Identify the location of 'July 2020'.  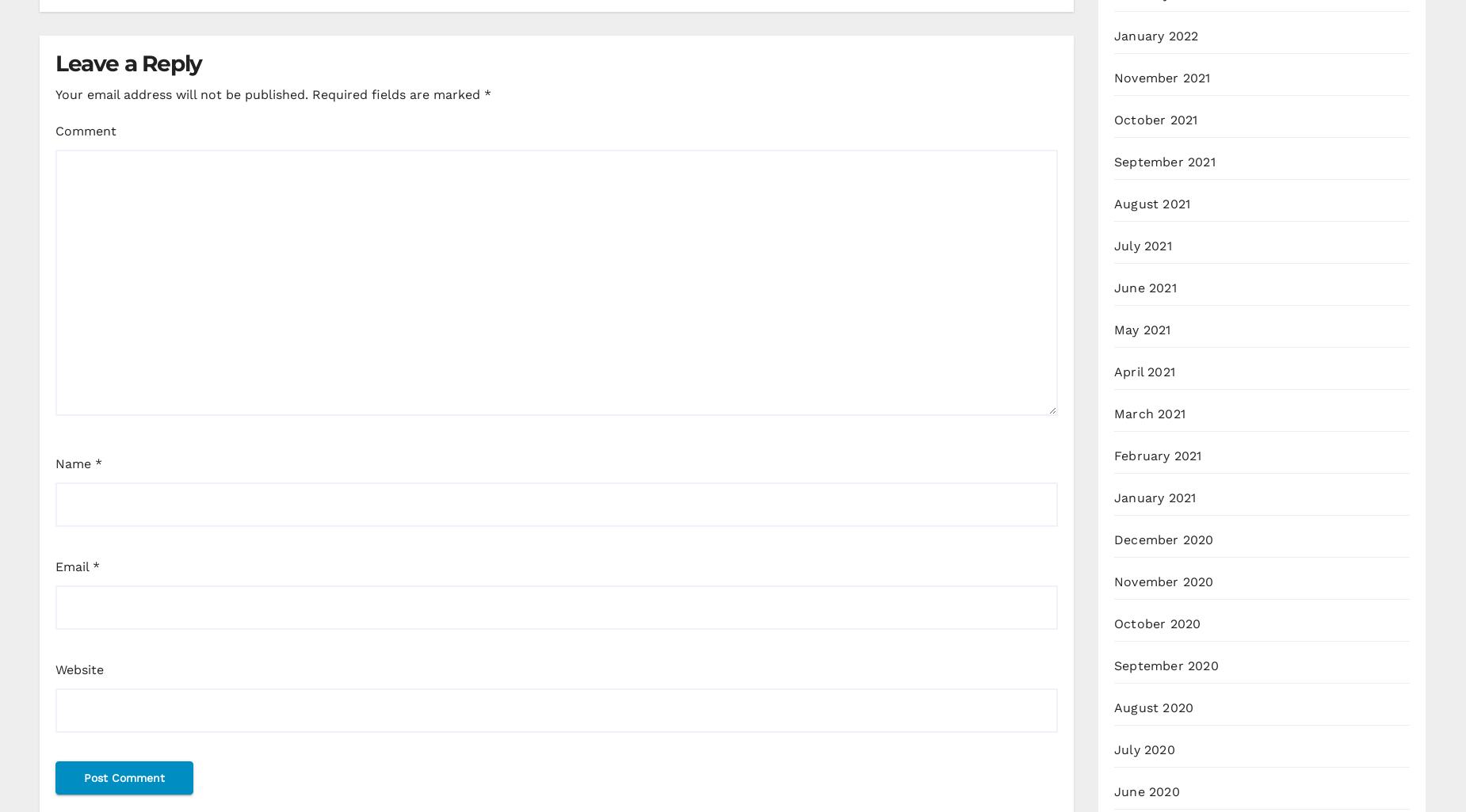
(1114, 749).